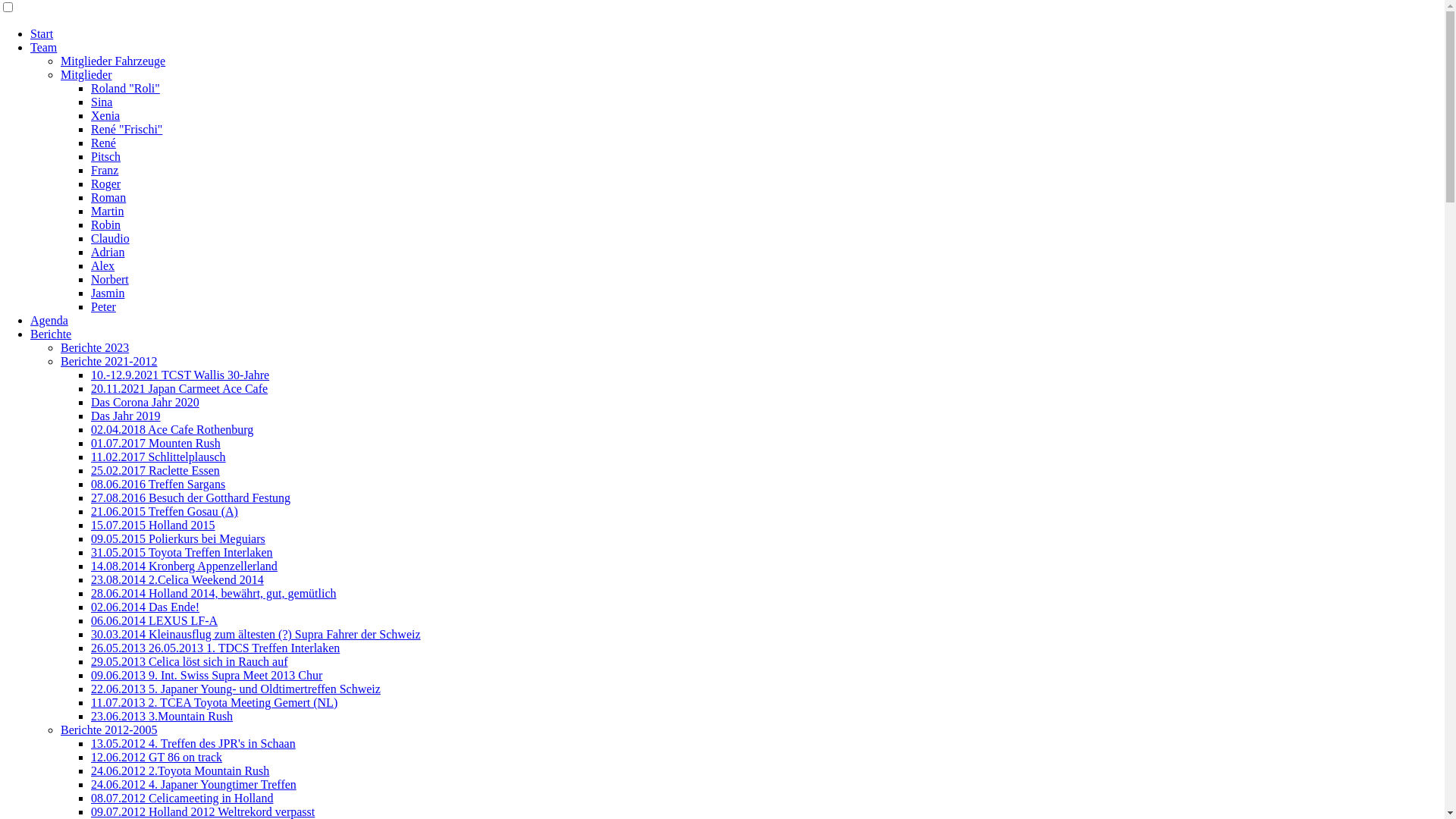 The width and height of the screenshot is (1456, 819). I want to click on 'Robin', so click(90, 224).